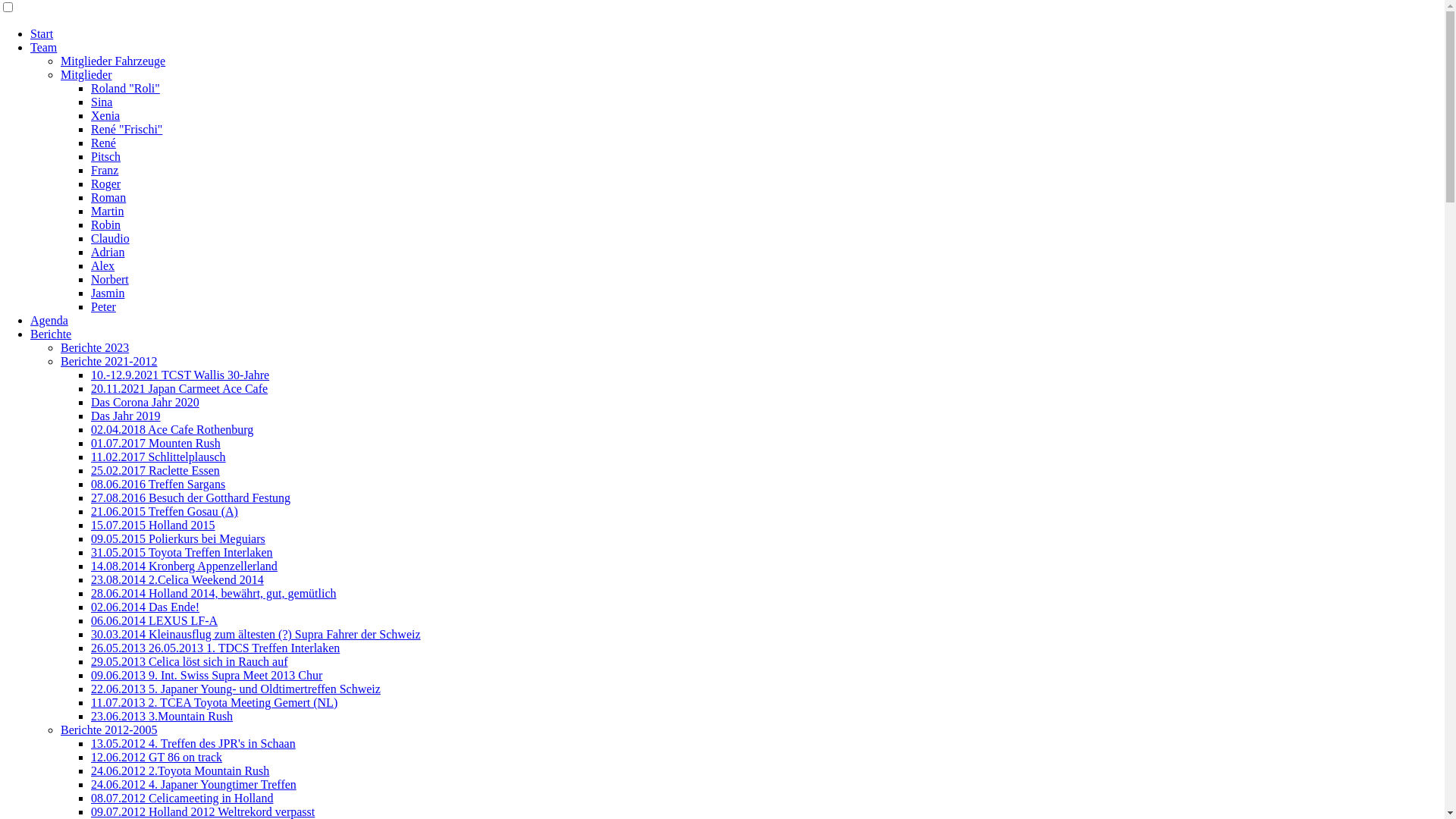 The width and height of the screenshot is (1456, 819). I want to click on 'Robin', so click(90, 224).